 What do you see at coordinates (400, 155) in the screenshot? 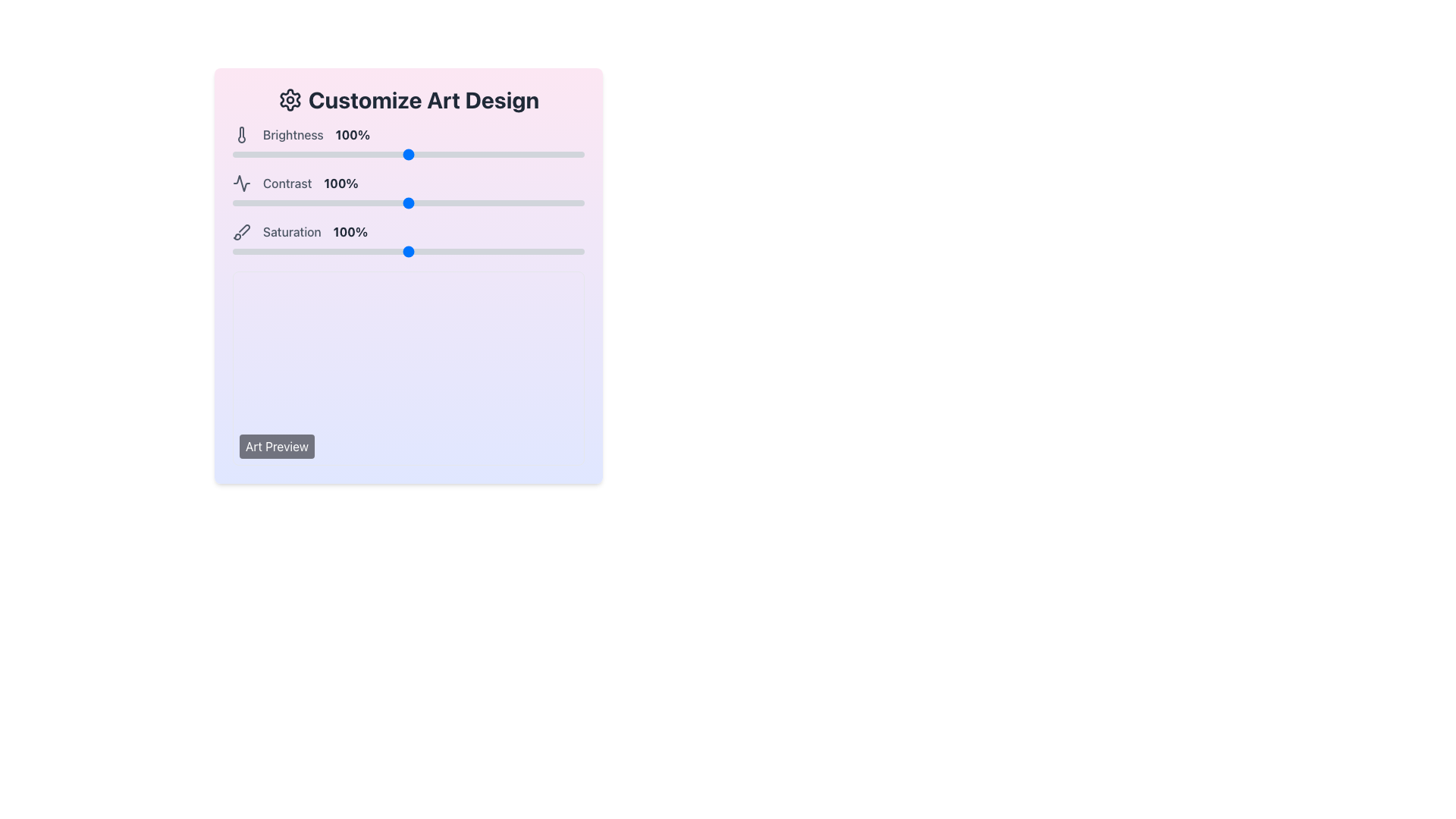
I see `brightness` at bounding box center [400, 155].